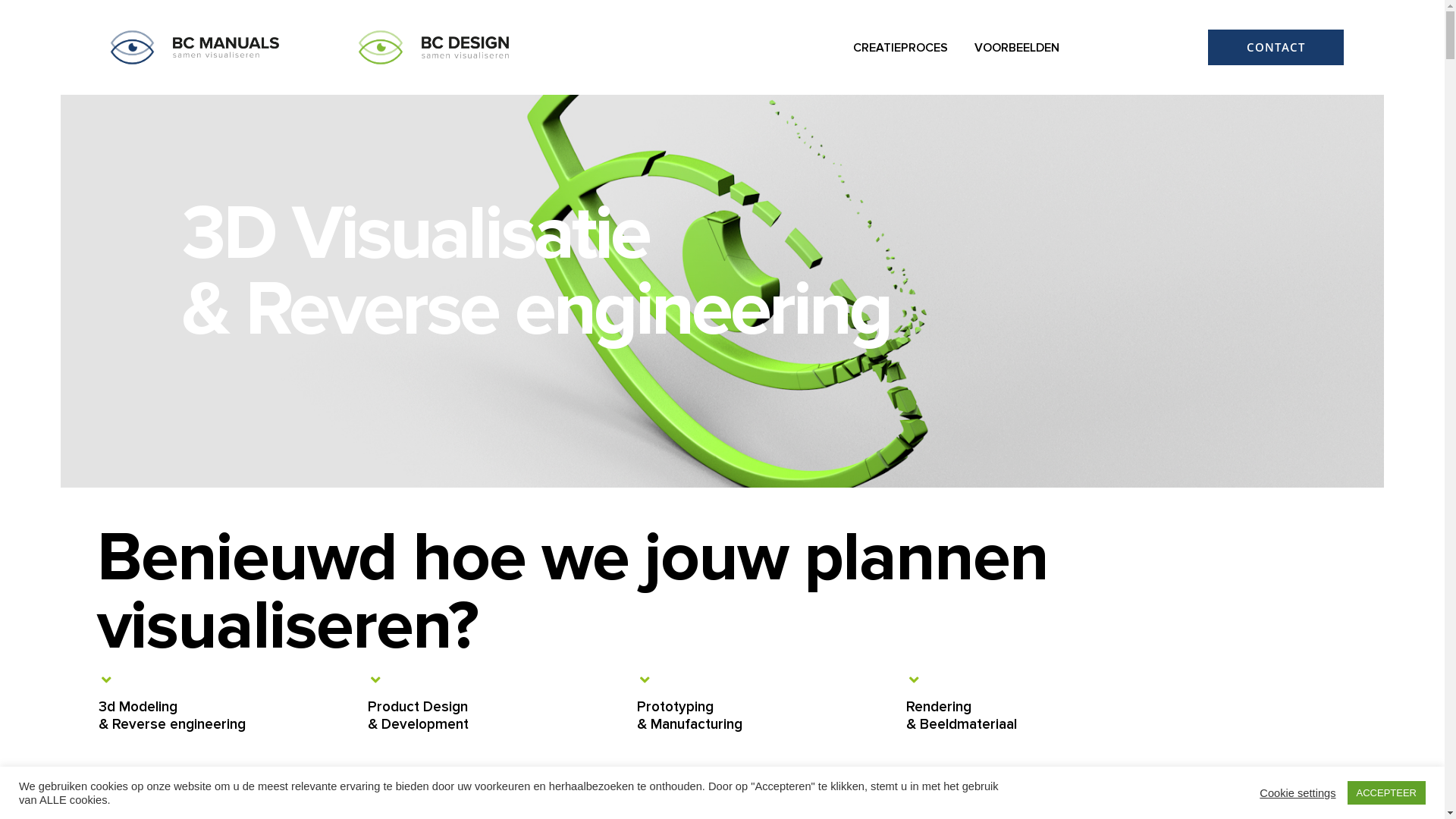  Describe the element at coordinates (1275, 46) in the screenshot. I see `'CONTACT'` at that location.